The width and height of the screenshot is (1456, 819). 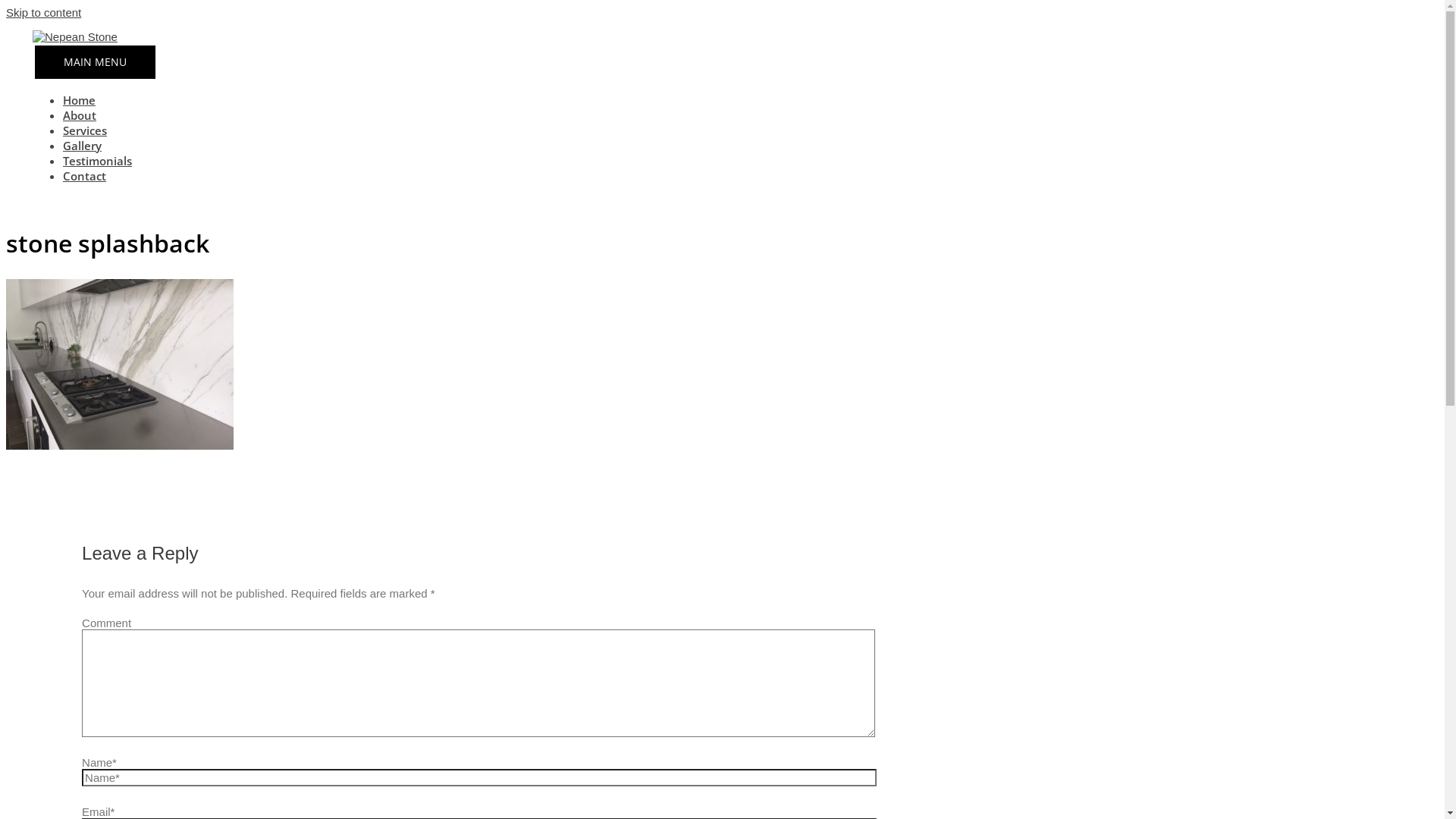 What do you see at coordinates (61, 114) in the screenshot?
I see `'About'` at bounding box center [61, 114].